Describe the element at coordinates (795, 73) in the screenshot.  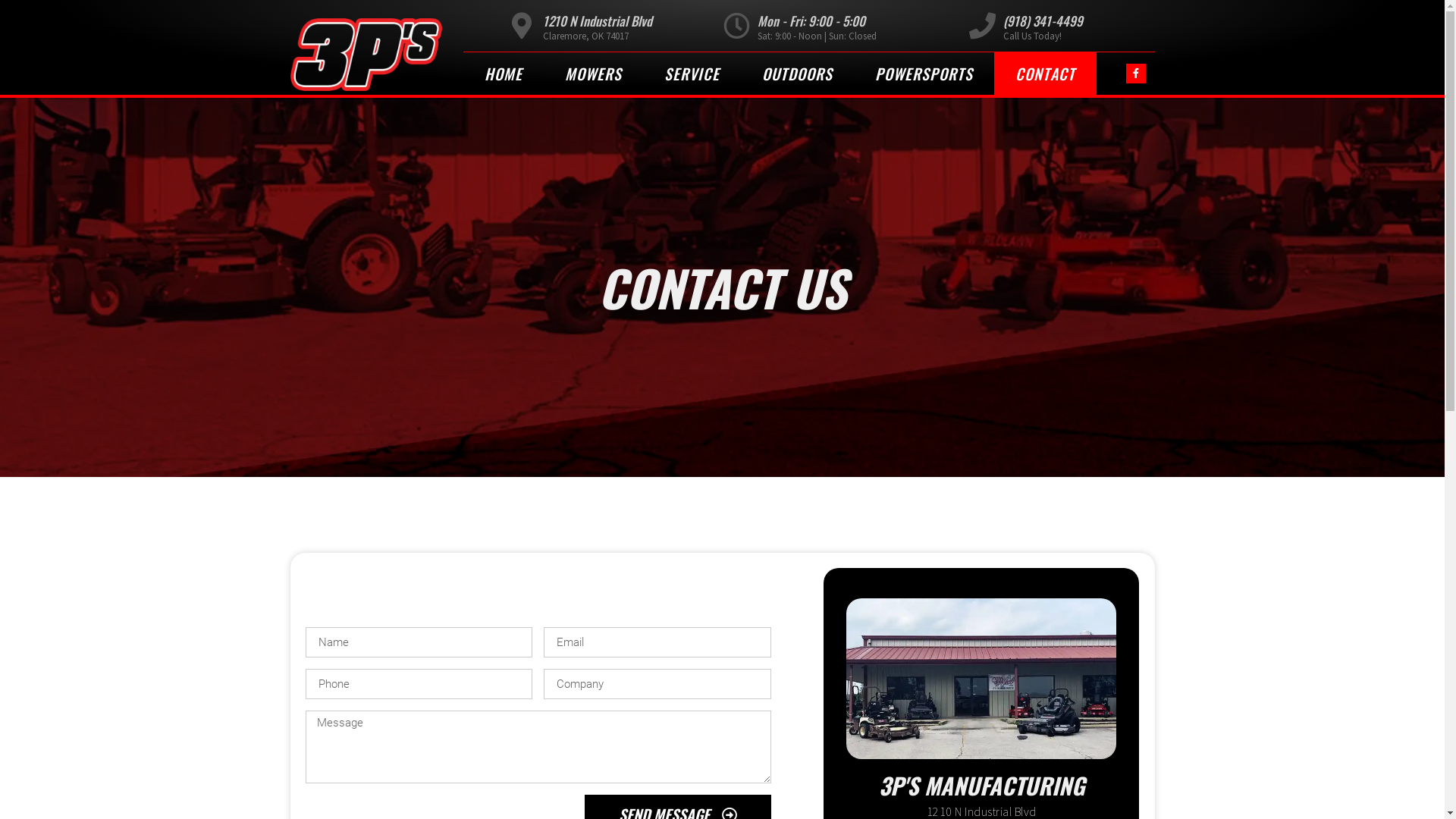
I see `'OUTDOORS'` at that location.